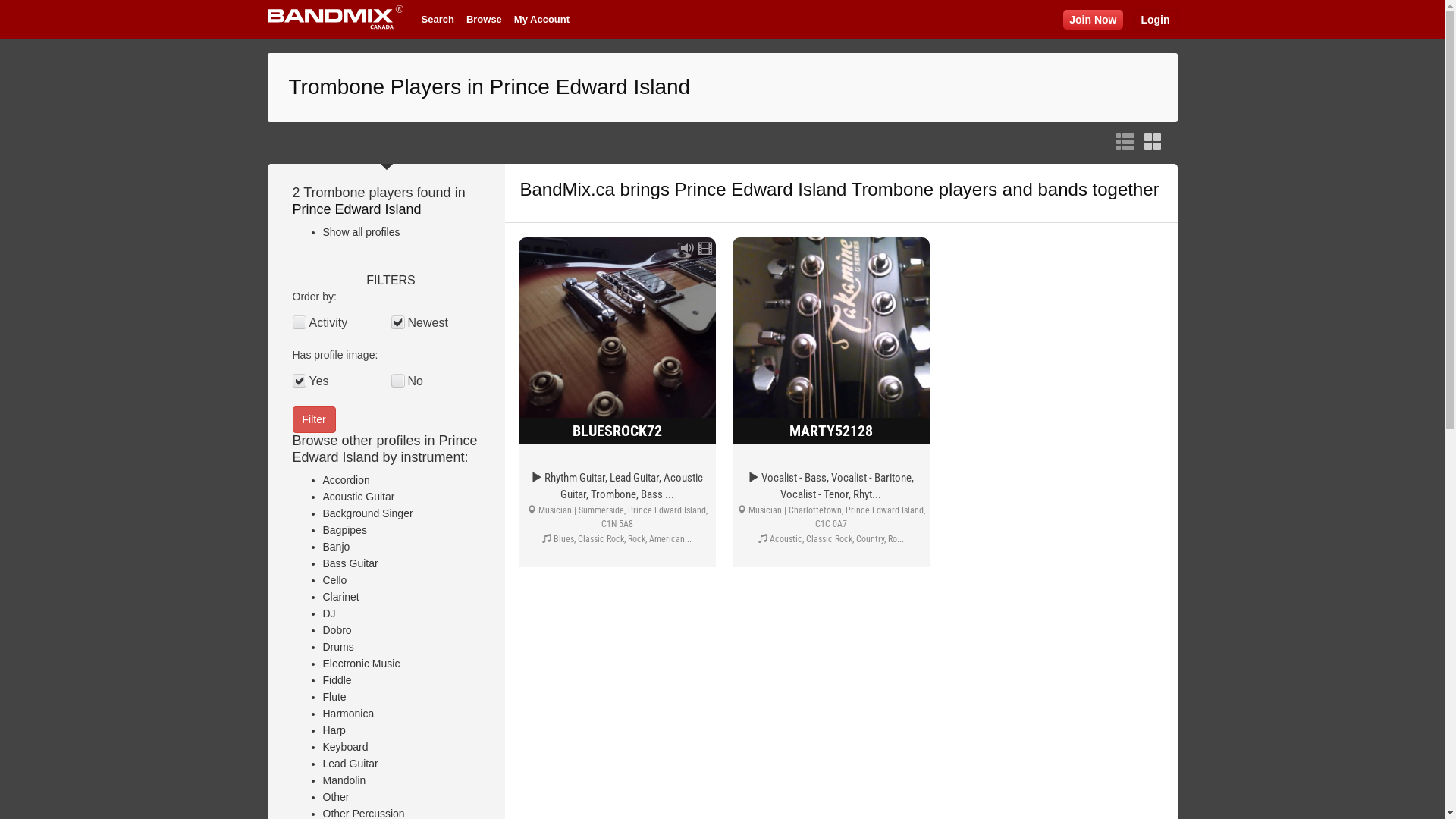  I want to click on 'Dobro', so click(337, 629).